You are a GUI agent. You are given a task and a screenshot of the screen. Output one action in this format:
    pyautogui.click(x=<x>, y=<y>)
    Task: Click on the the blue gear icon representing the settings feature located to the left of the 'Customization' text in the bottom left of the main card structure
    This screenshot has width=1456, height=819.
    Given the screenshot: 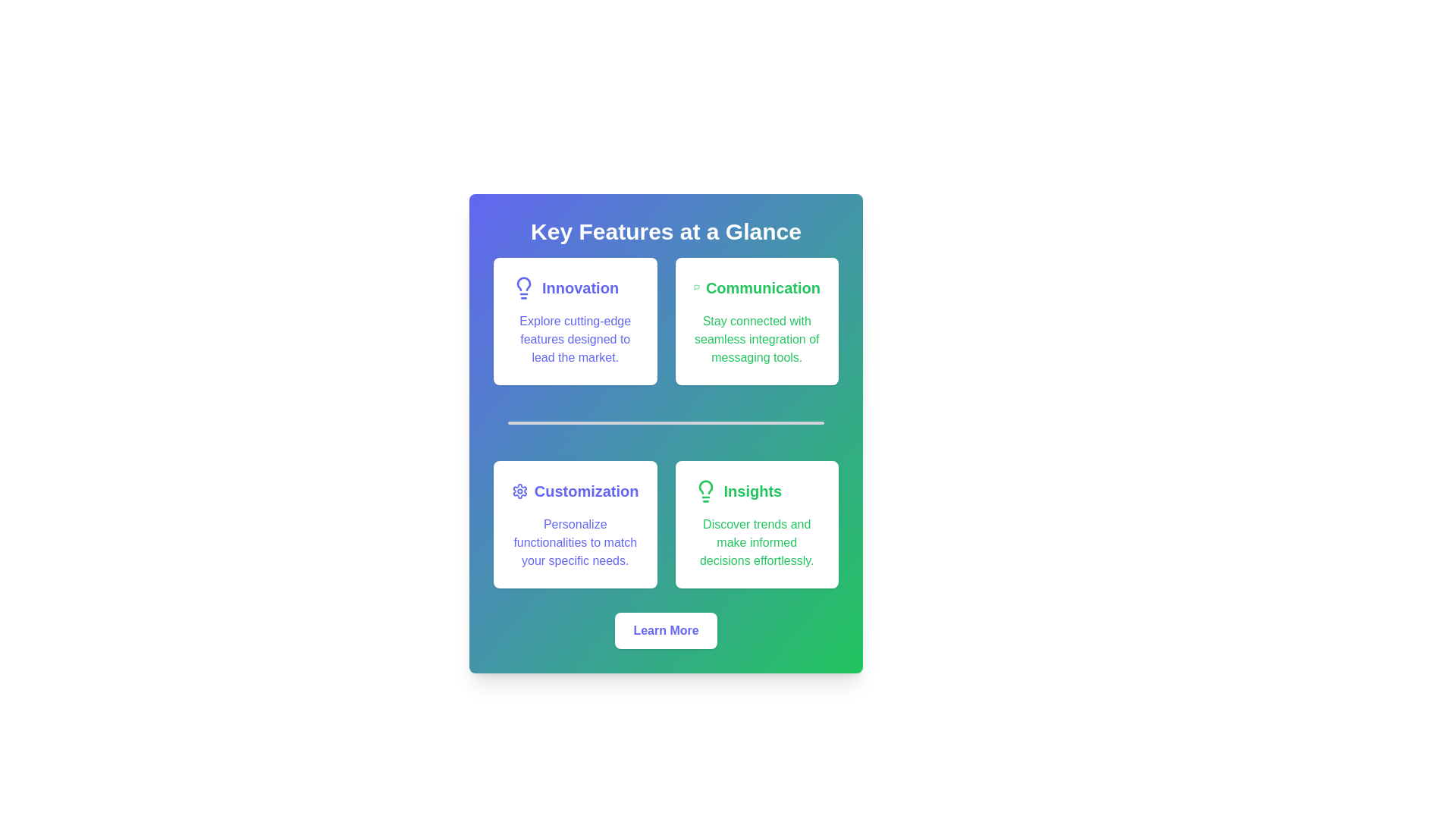 What is the action you would take?
    pyautogui.click(x=519, y=491)
    